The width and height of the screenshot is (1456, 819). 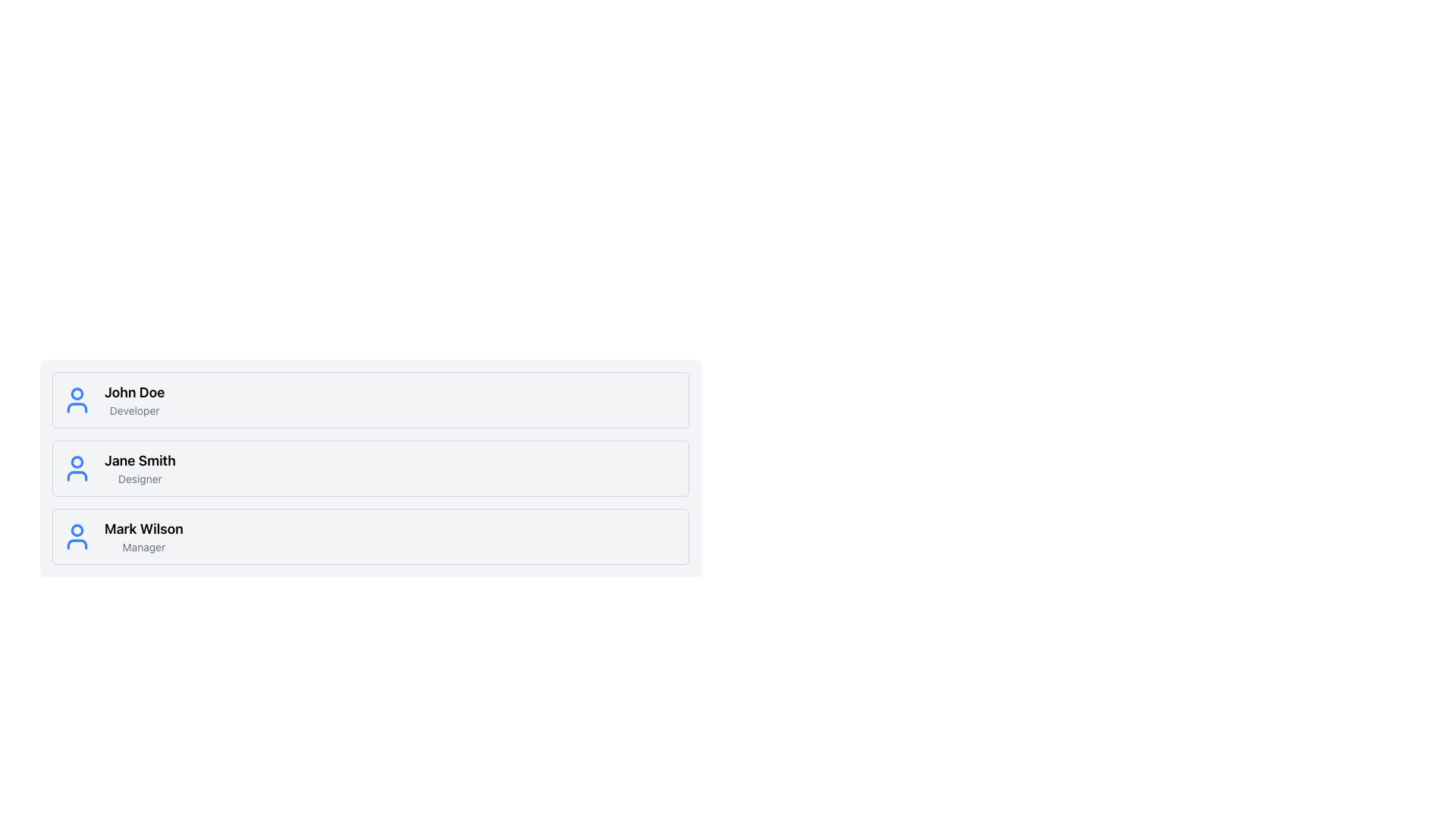 What do you see at coordinates (76, 400) in the screenshot?
I see `the blue circular user avatar icon located` at bounding box center [76, 400].